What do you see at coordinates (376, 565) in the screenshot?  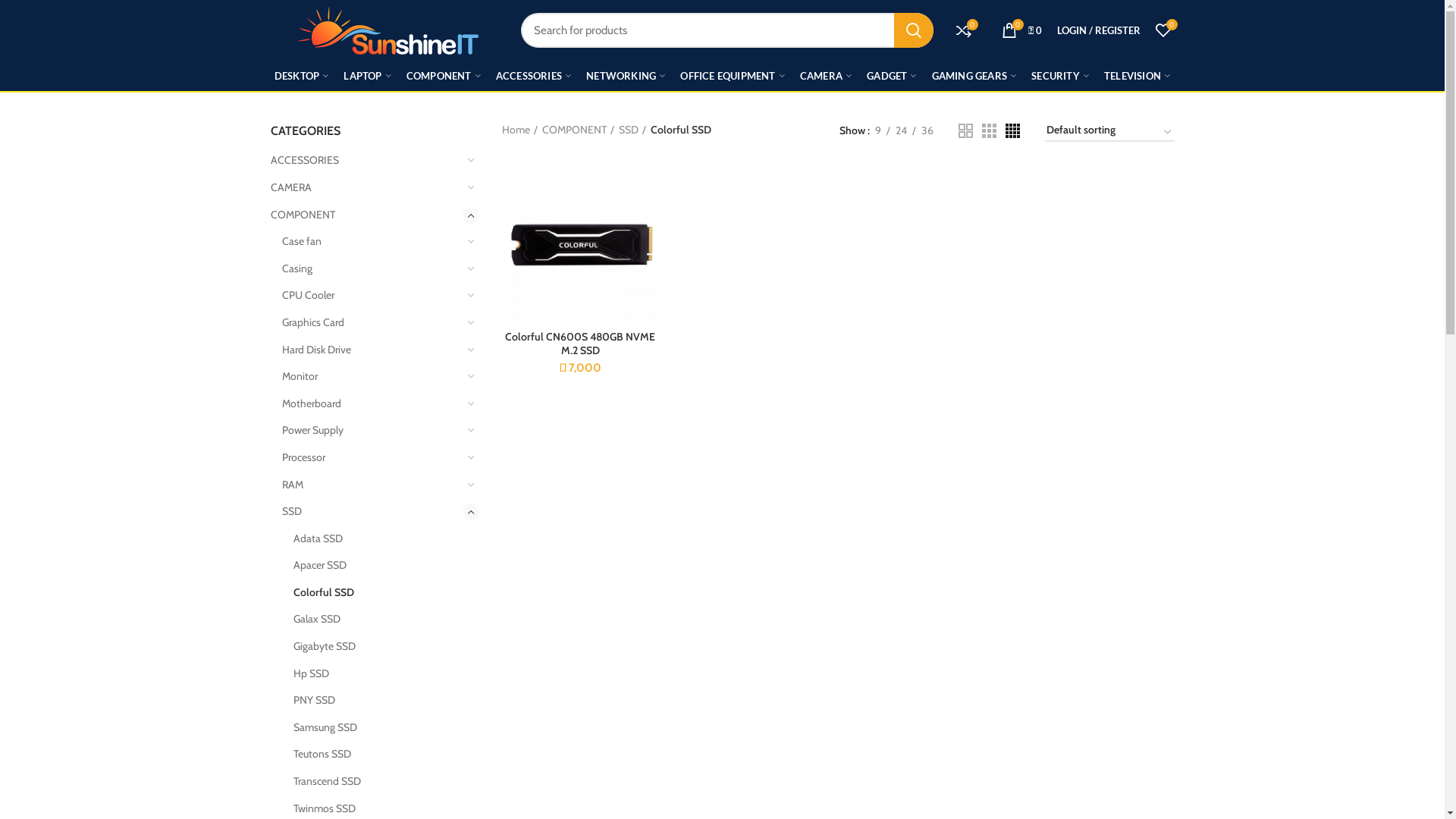 I see `'Apacer SSD'` at bounding box center [376, 565].